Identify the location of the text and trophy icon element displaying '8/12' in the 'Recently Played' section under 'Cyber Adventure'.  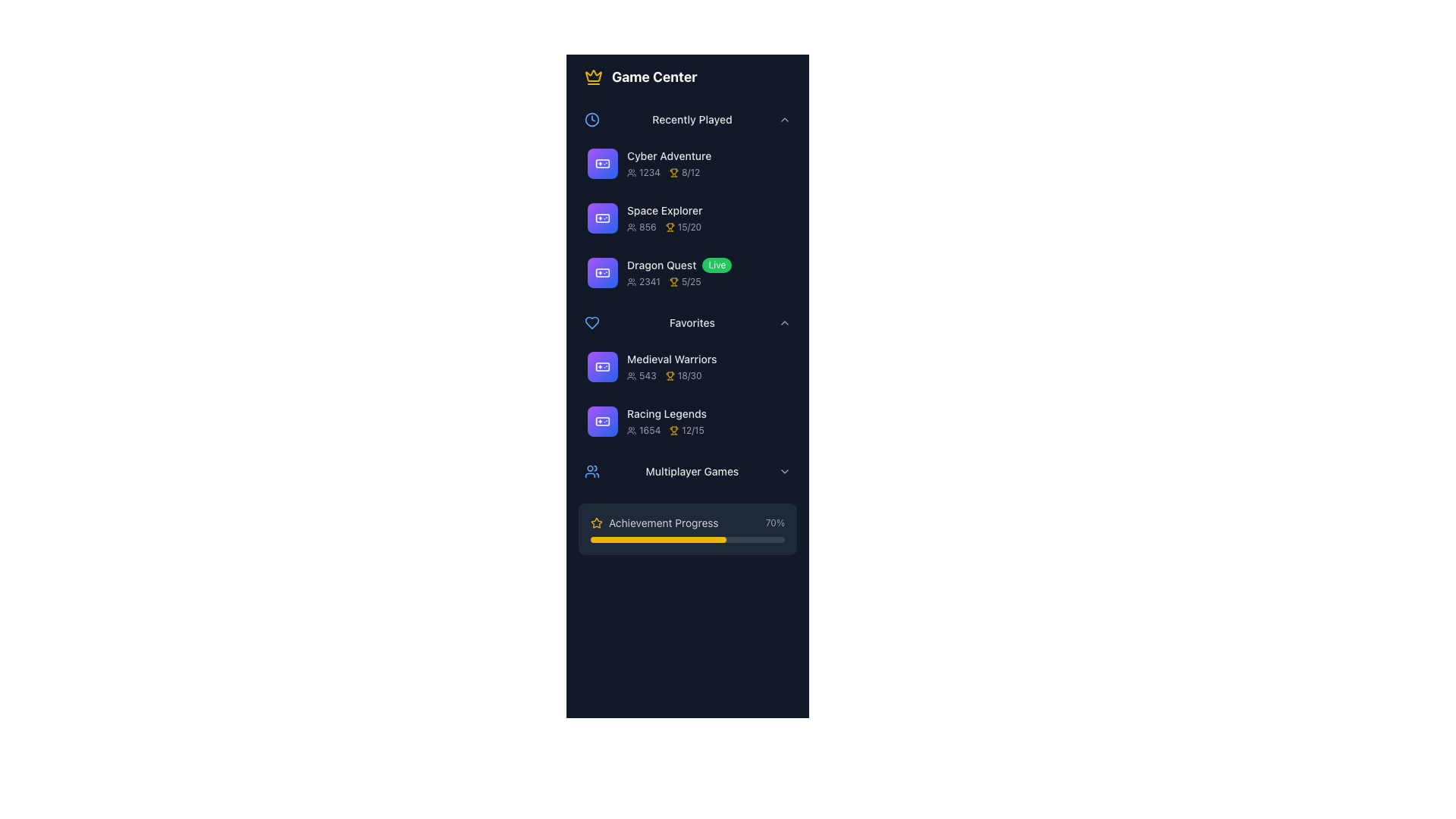
(684, 171).